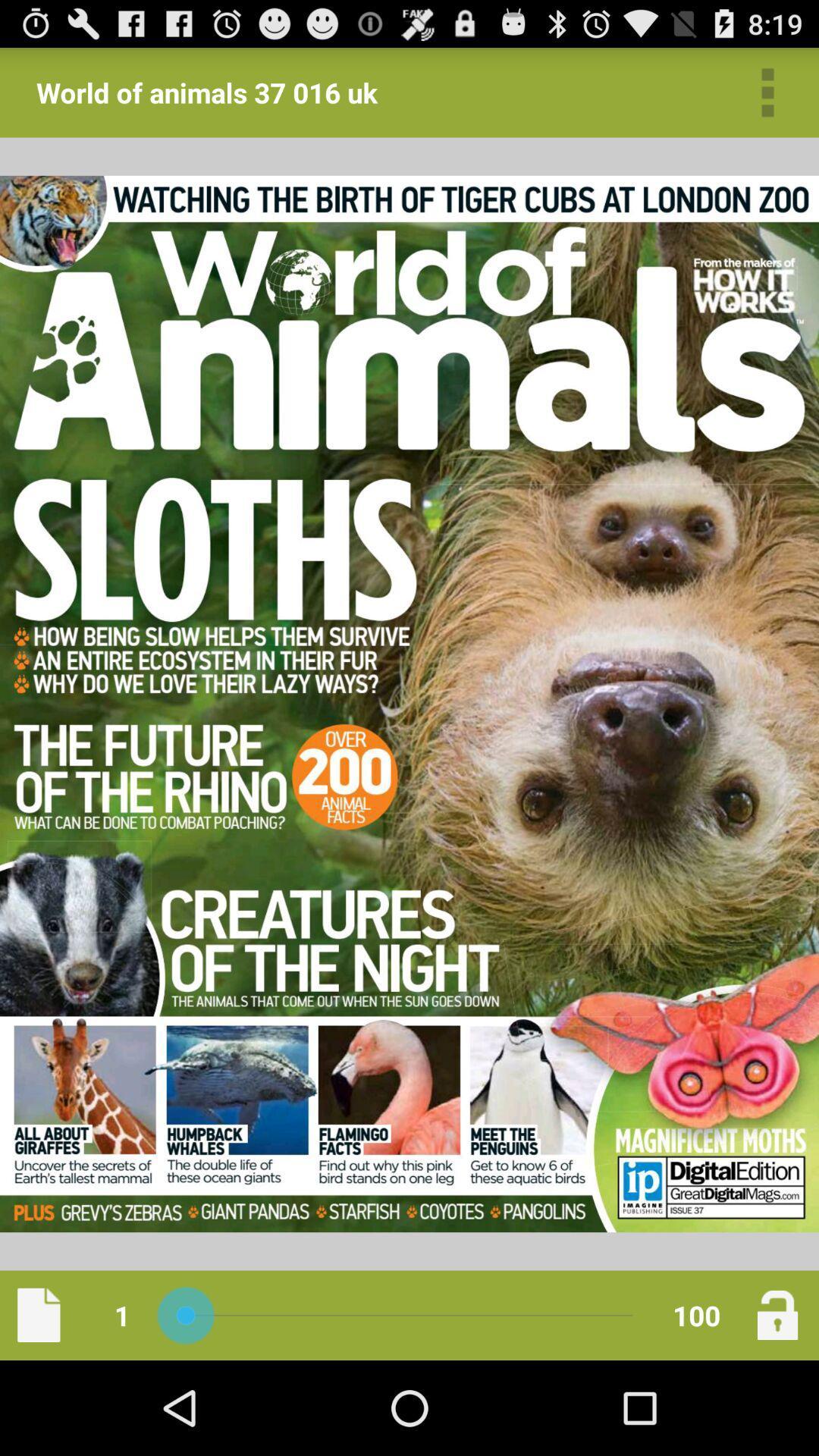  Describe the element at coordinates (767, 92) in the screenshot. I see `go settings` at that location.